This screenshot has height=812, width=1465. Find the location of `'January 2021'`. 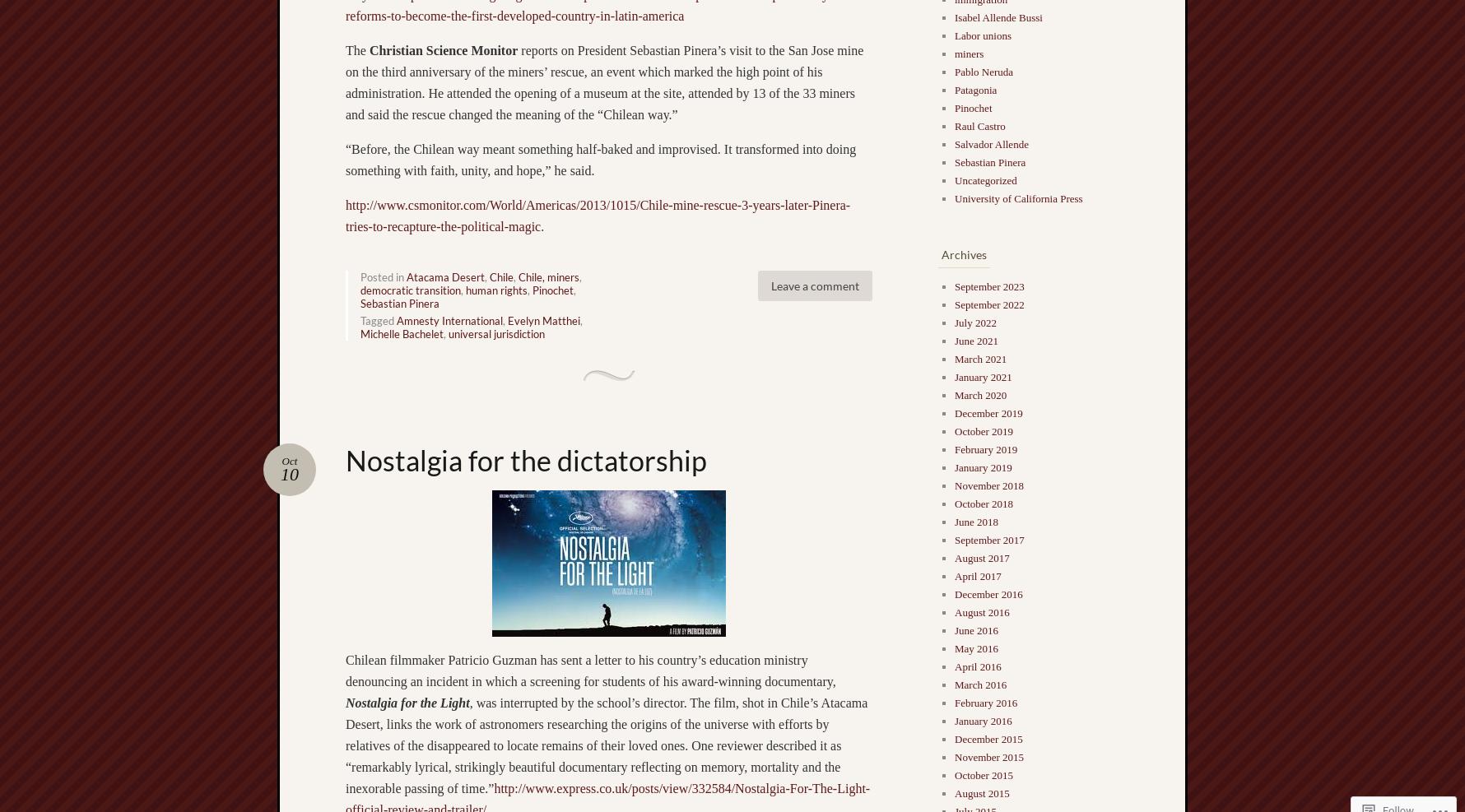

'January 2021' is located at coordinates (983, 375).